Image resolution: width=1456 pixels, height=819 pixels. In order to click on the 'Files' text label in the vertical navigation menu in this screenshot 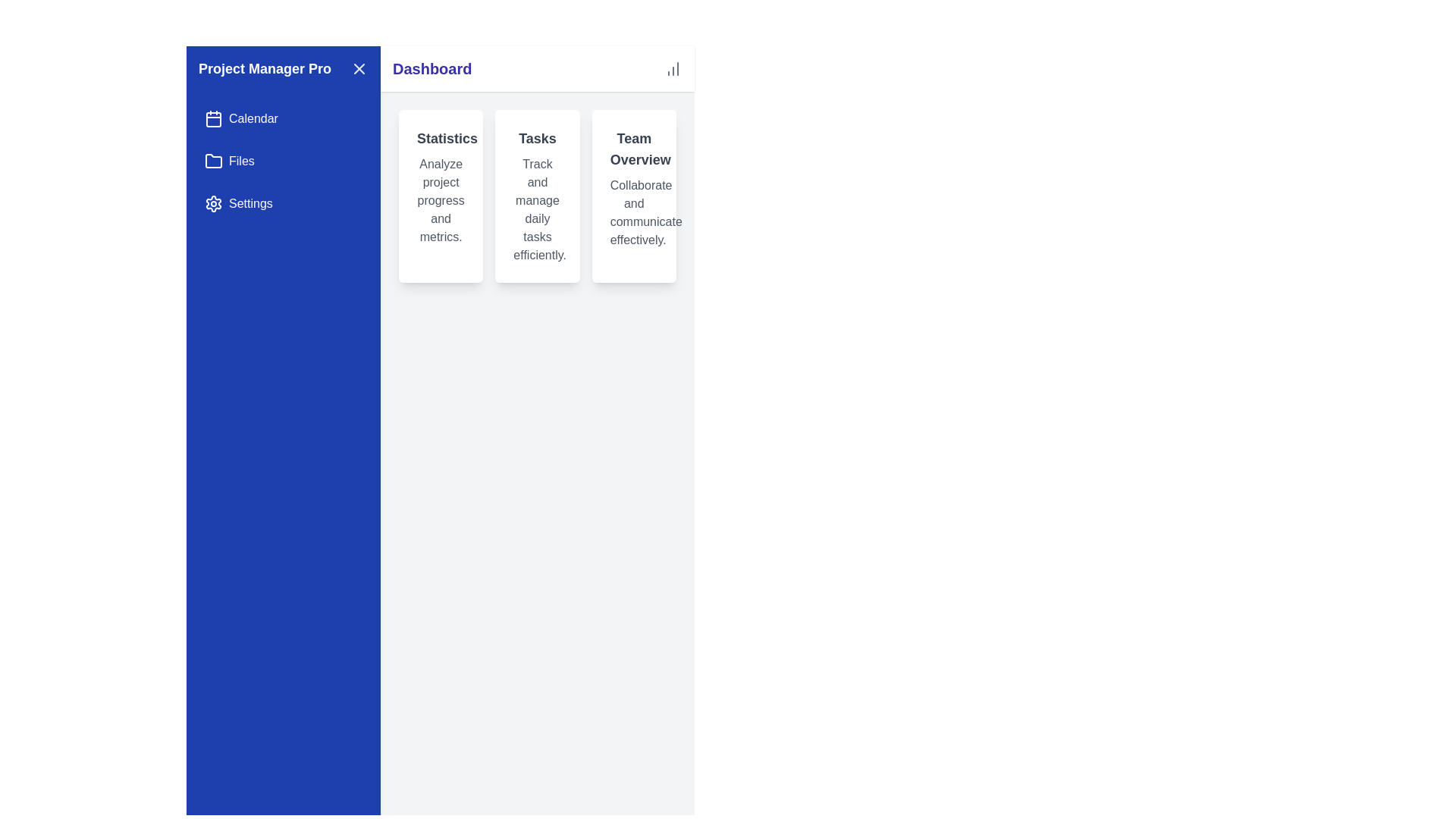, I will do `click(240, 161)`.